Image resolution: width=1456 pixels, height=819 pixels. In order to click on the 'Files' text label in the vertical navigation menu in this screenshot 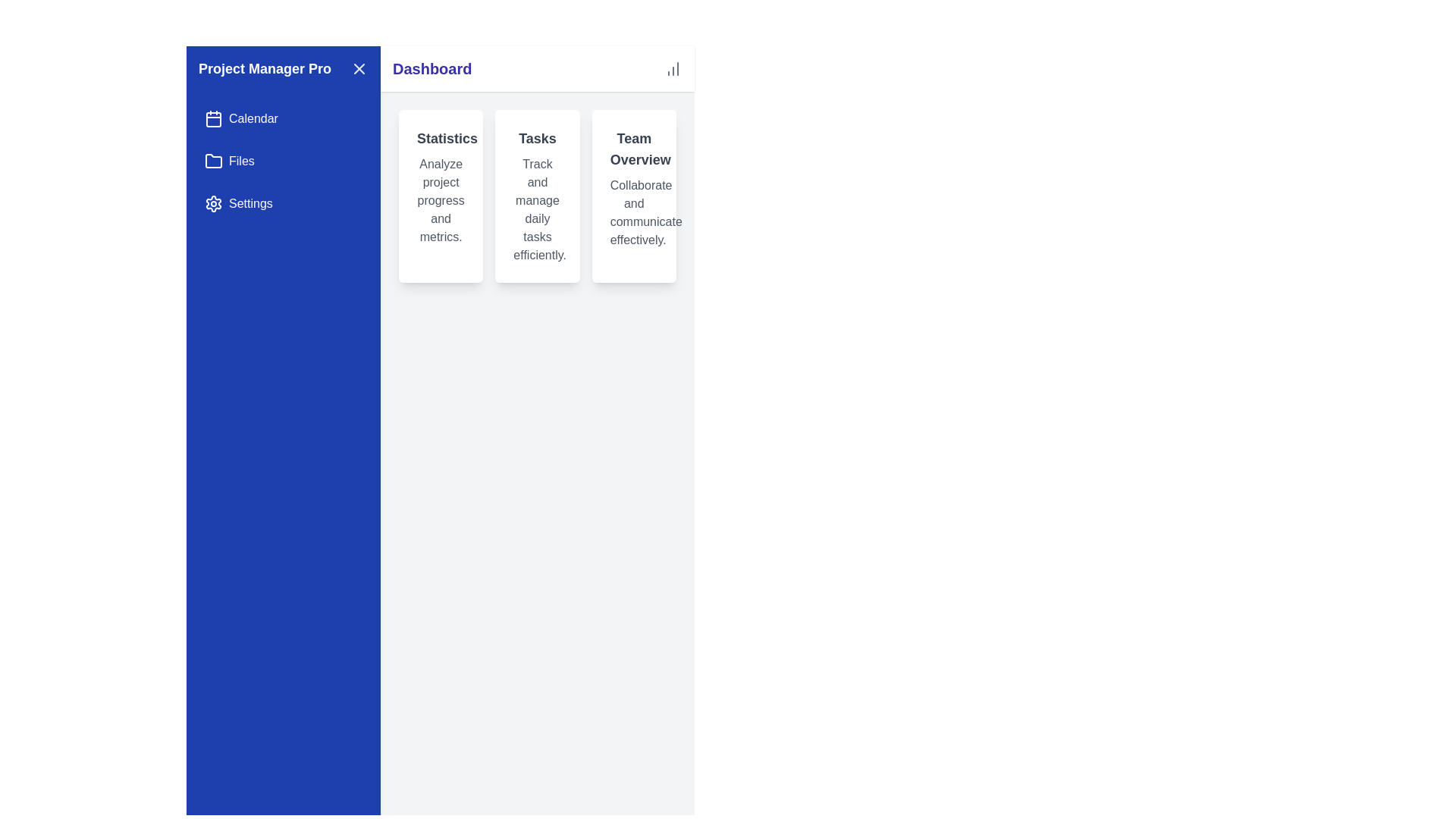, I will do `click(240, 161)`.